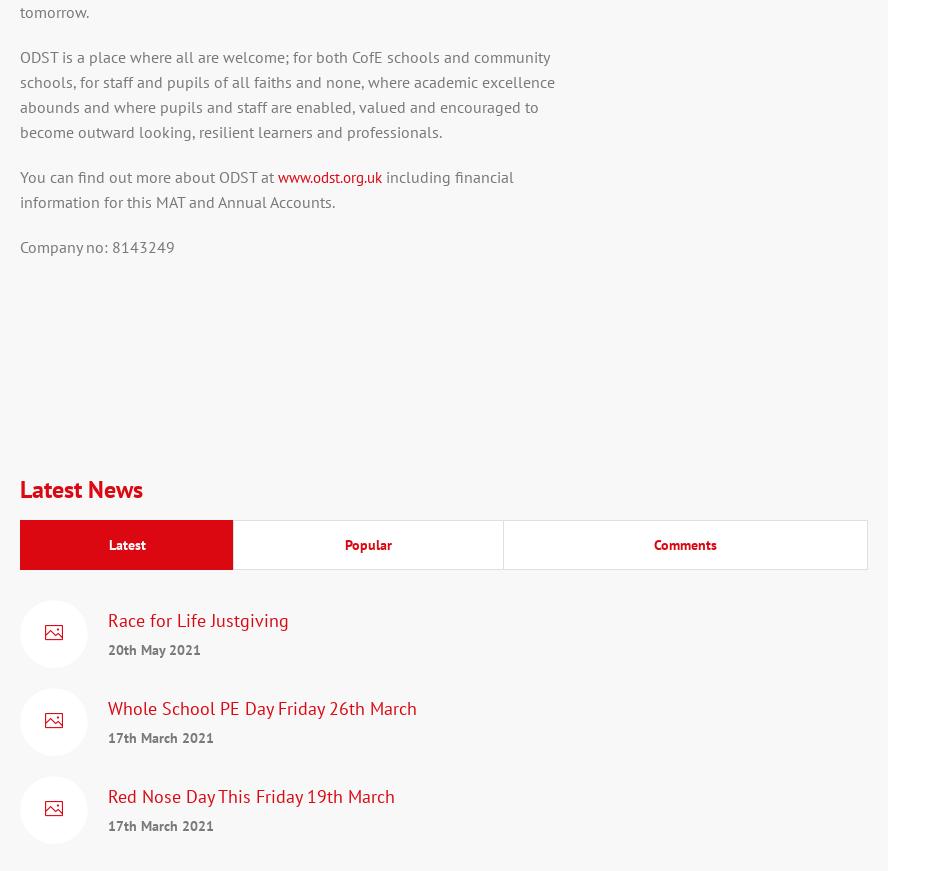 The height and width of the screenshot is (871, 950). What do you see at coordinates (198, 619) in the screenshot?
I see `'Race for Life Justgiving'` at bounding box center [198, 619].